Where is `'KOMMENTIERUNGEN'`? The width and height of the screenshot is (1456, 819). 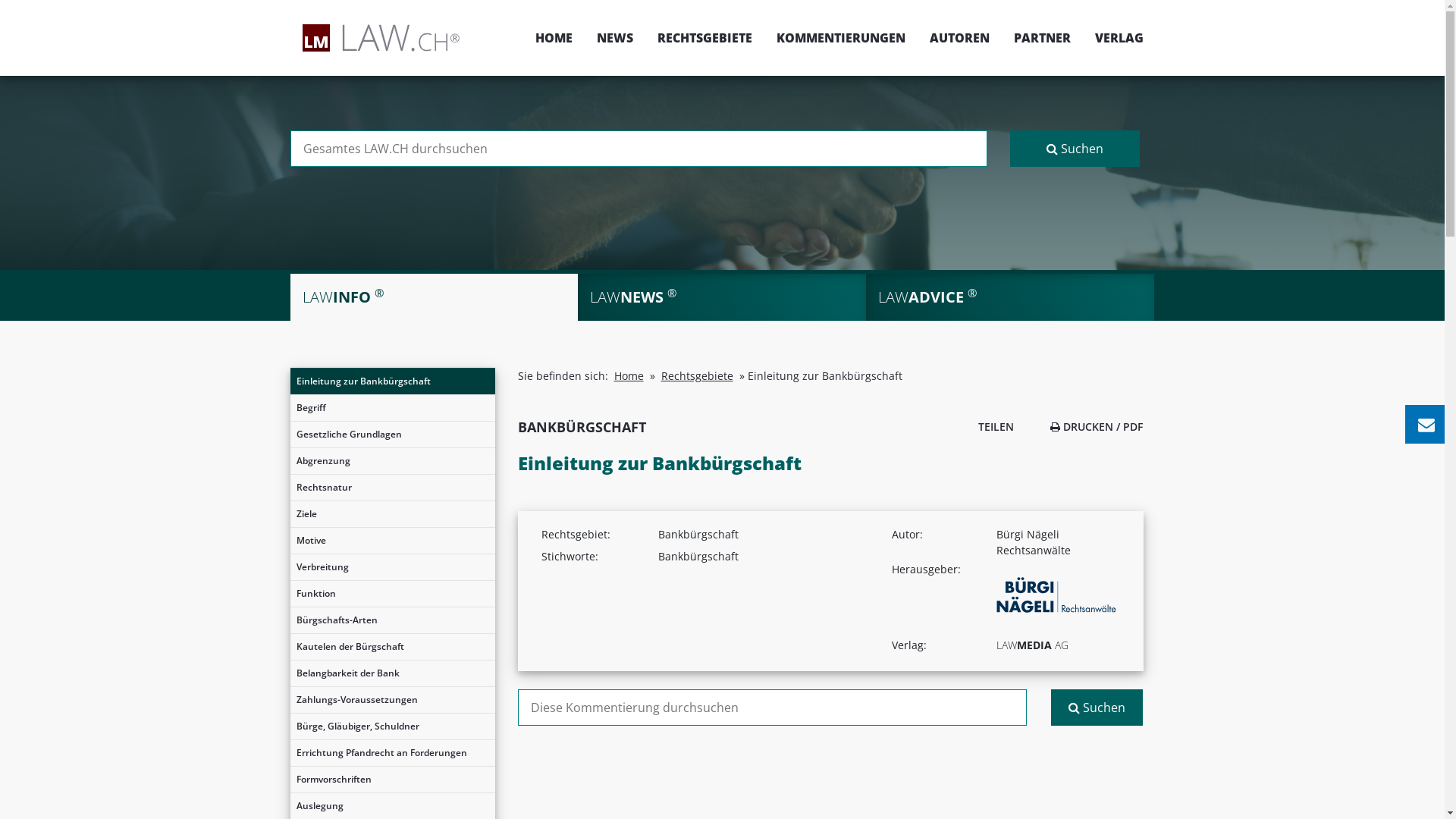 'KOMMENTIERUNGEN' is located at coordinates (839, 37).